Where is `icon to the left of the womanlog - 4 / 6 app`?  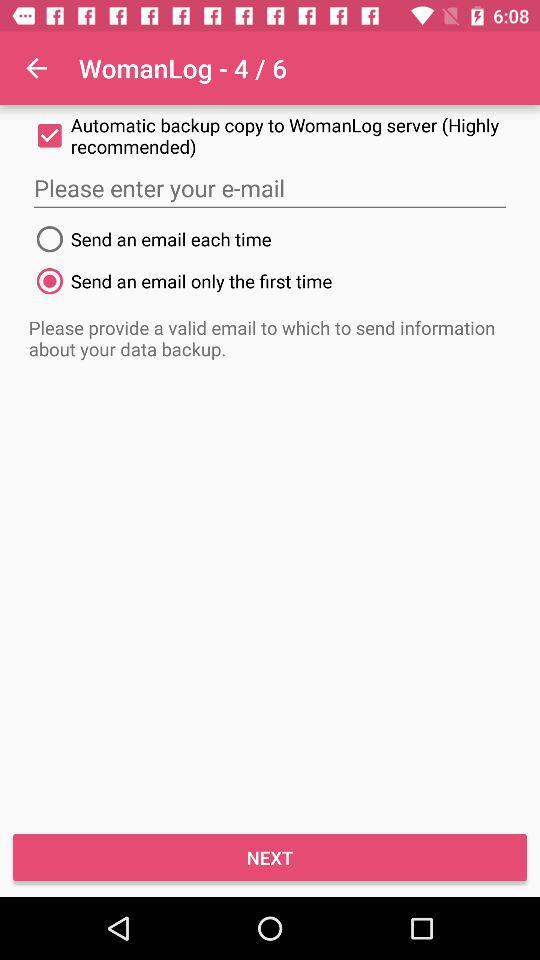
icon to the left of the womanlog - 4 / 6 app is located at coordinates (36, 68).